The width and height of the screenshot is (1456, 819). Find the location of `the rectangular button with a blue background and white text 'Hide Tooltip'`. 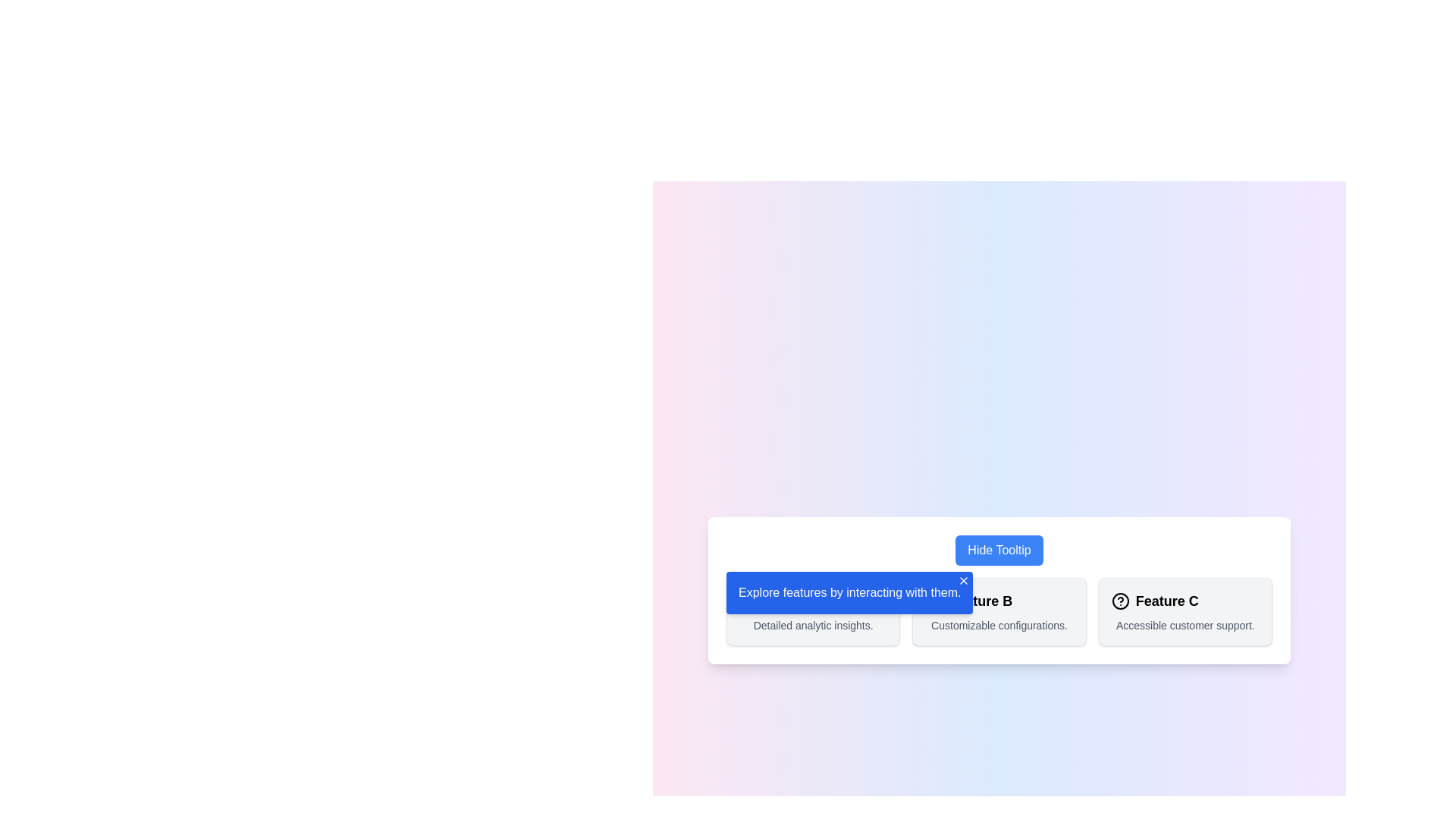

the rectangular button with a blue background and white text 'Hide Tooltip' is located at coordinates (999, 550).